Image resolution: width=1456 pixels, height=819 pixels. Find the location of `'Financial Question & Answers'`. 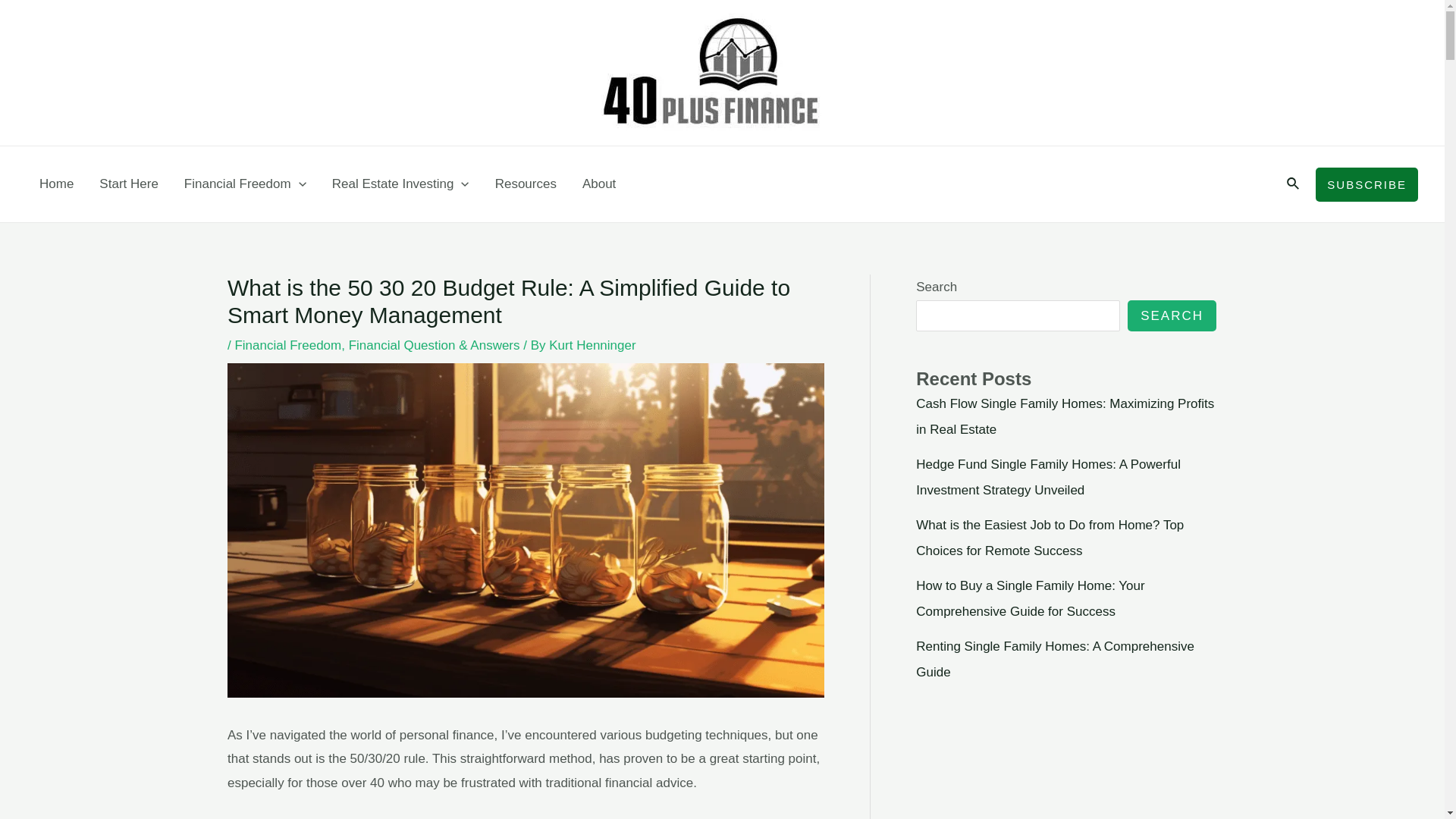

'Financial Question & Answers' is located at coordinates (433, 345).